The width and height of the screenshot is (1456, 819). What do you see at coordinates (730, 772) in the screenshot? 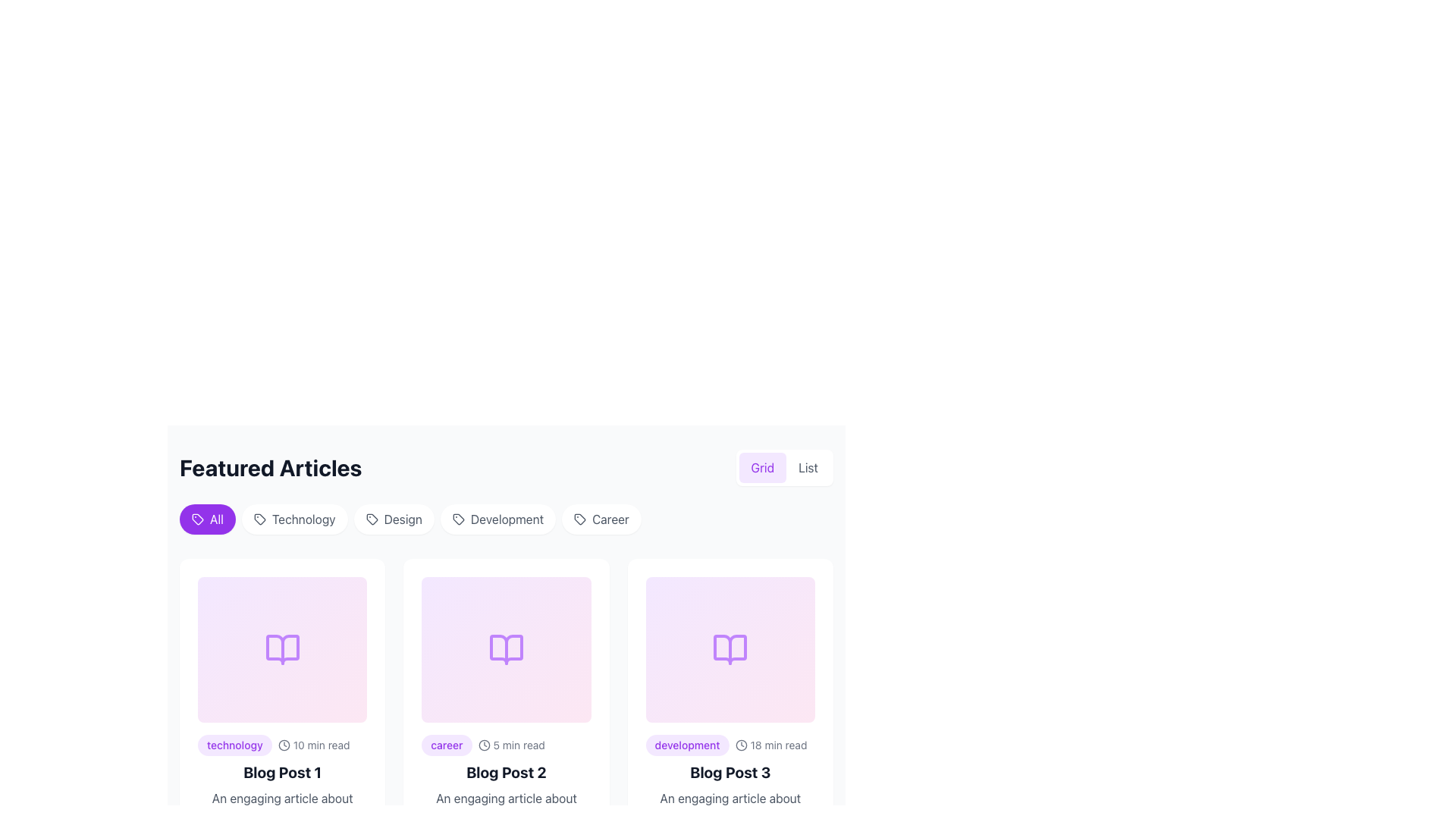
I see `text displayed in the heading of the third article card, located below the metadata about the development tag and reading duration` at bounding box center [730, 772].